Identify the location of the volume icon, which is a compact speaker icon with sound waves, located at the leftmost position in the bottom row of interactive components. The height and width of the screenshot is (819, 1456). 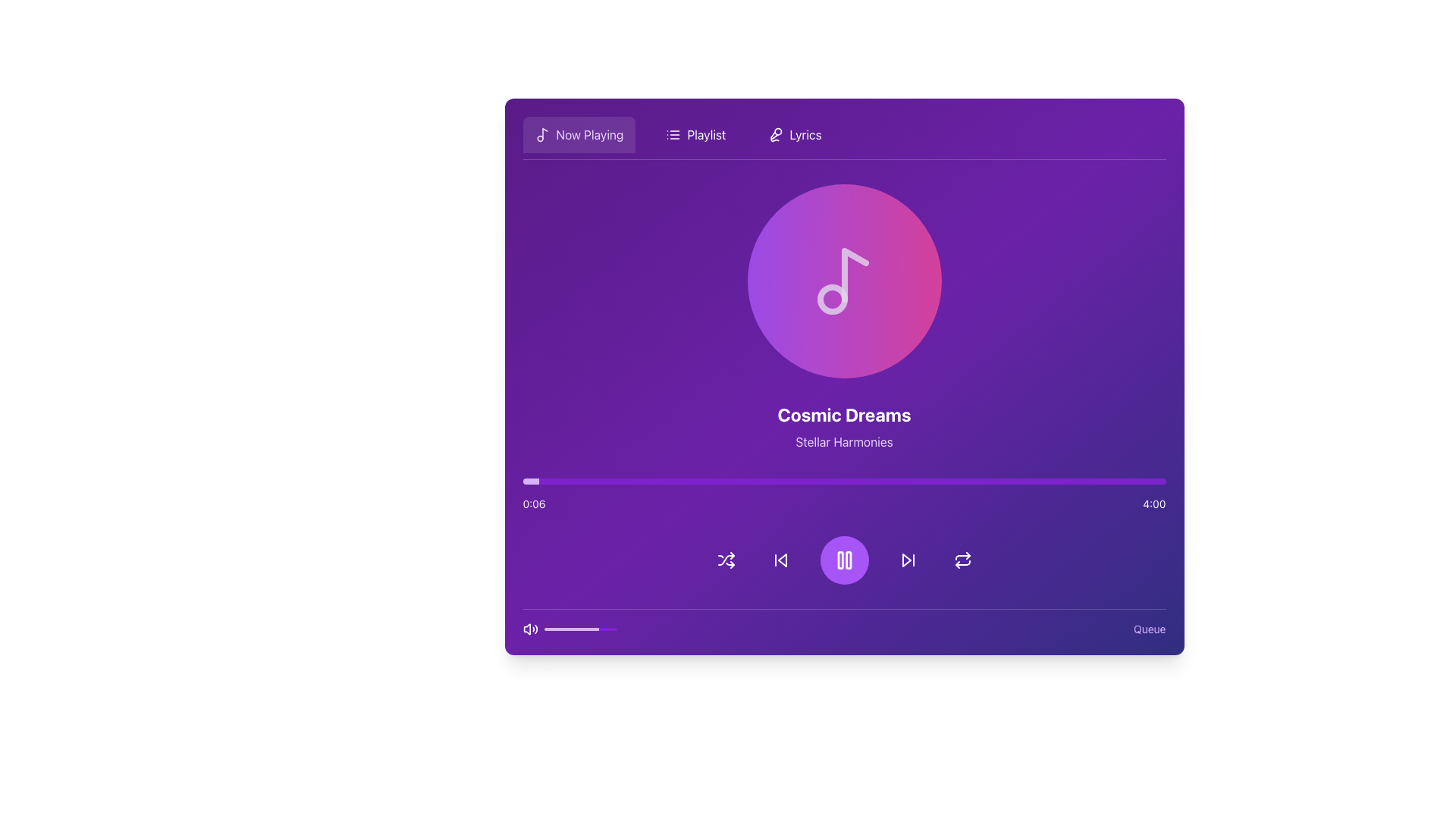
(530, 629).